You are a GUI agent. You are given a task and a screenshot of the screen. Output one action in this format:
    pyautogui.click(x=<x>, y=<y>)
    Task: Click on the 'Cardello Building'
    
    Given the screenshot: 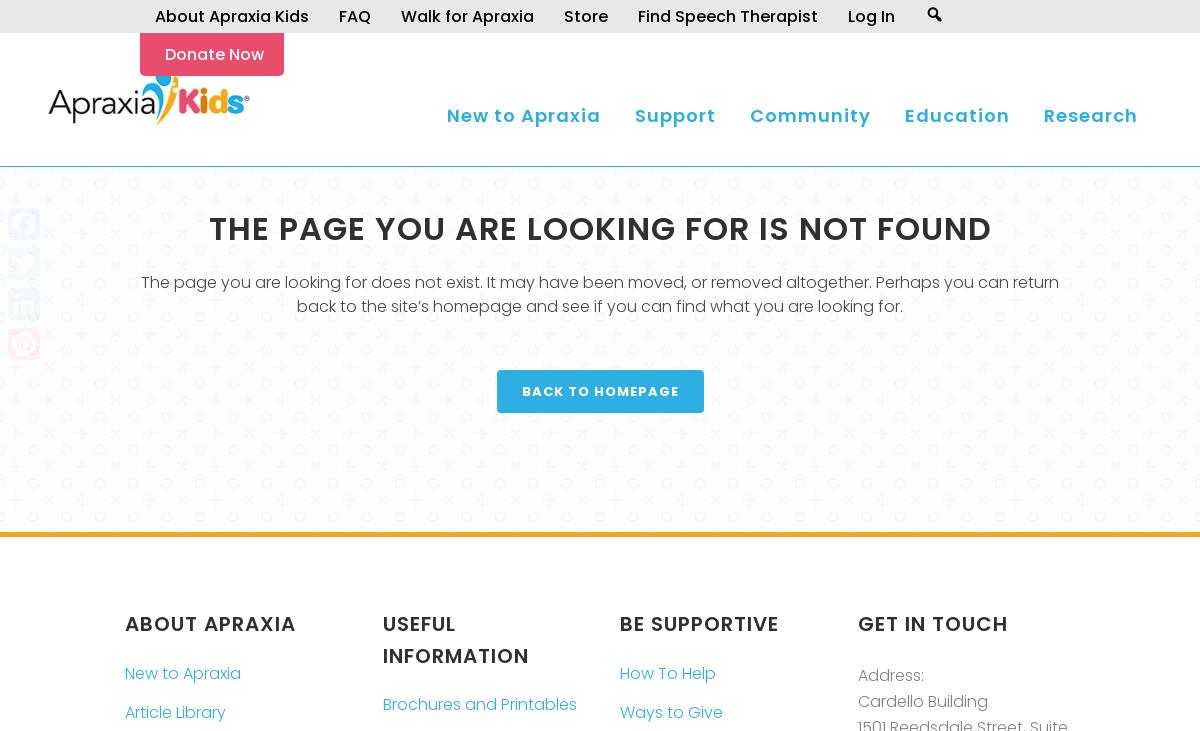 What is the action you would take?
    pyautogui.click(x=921, y=700)
    